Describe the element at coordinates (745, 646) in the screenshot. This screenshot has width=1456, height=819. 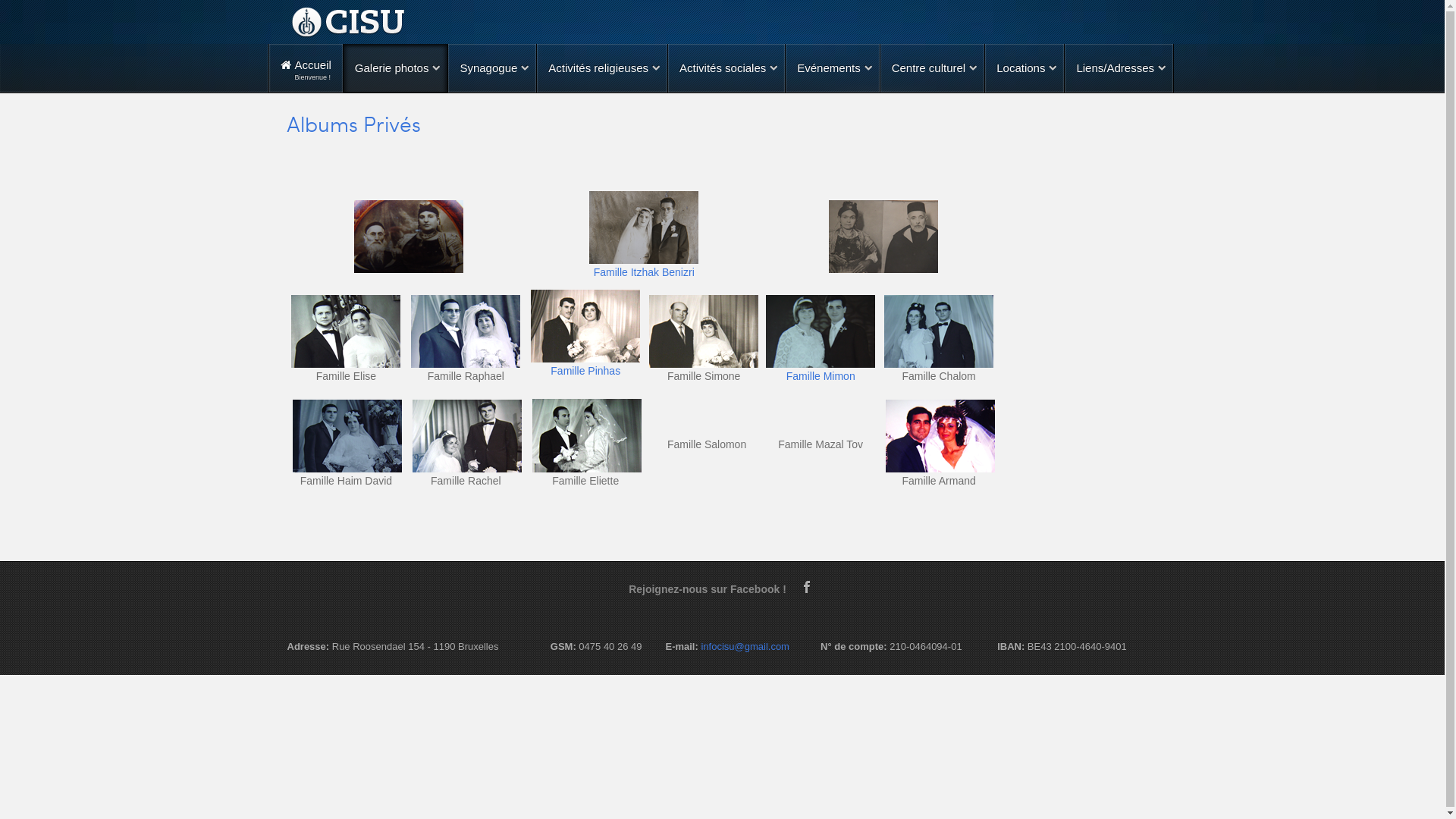
I see `'infocisu@gmail.com'` at that location.